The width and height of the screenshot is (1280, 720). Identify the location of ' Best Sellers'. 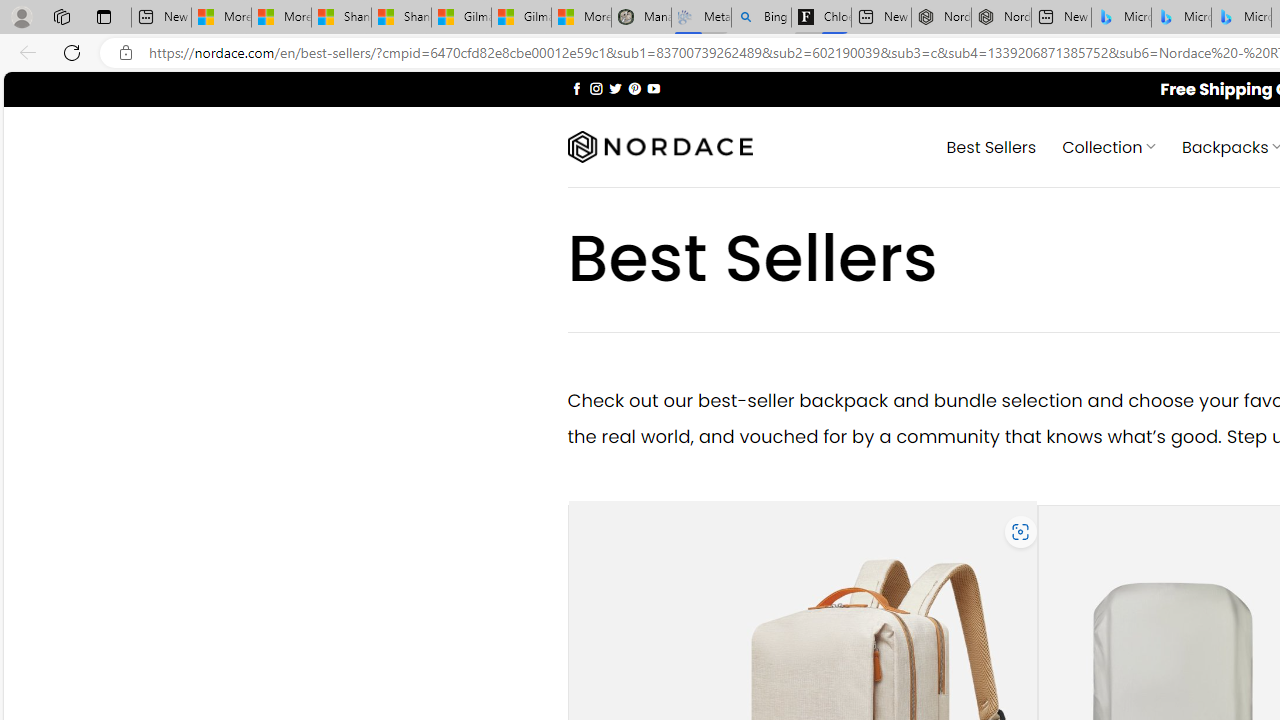
(991, 145).